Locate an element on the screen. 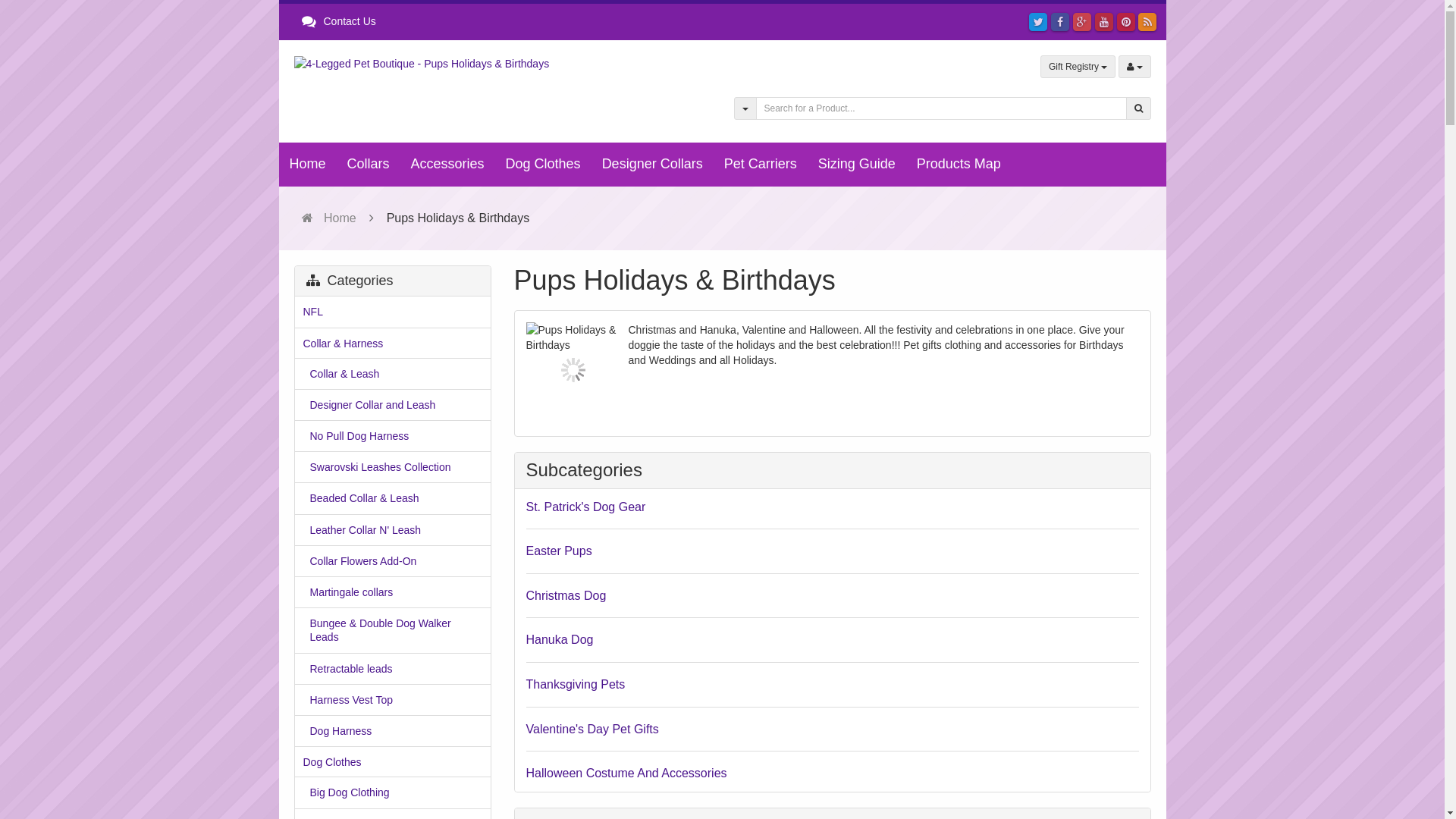 This screenshot has width=1456, height=819. 'Harness Vest Top' is located at coordinates (294, 699).